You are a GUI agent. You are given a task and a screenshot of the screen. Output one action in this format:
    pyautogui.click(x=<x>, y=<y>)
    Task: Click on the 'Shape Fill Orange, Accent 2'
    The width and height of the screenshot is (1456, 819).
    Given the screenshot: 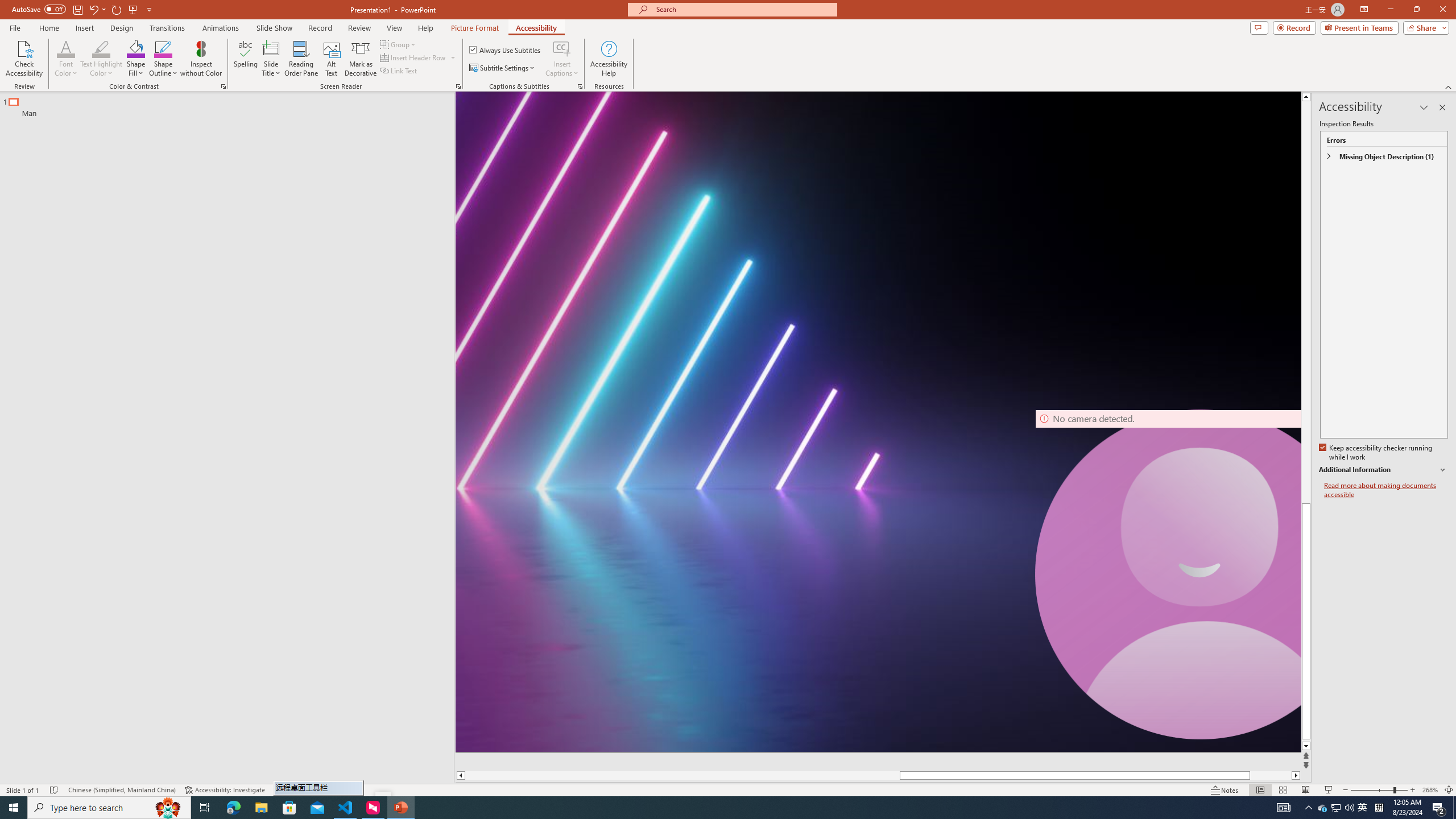 What is the action you would take?
    pyautogui.click(x=136, y=48)
    